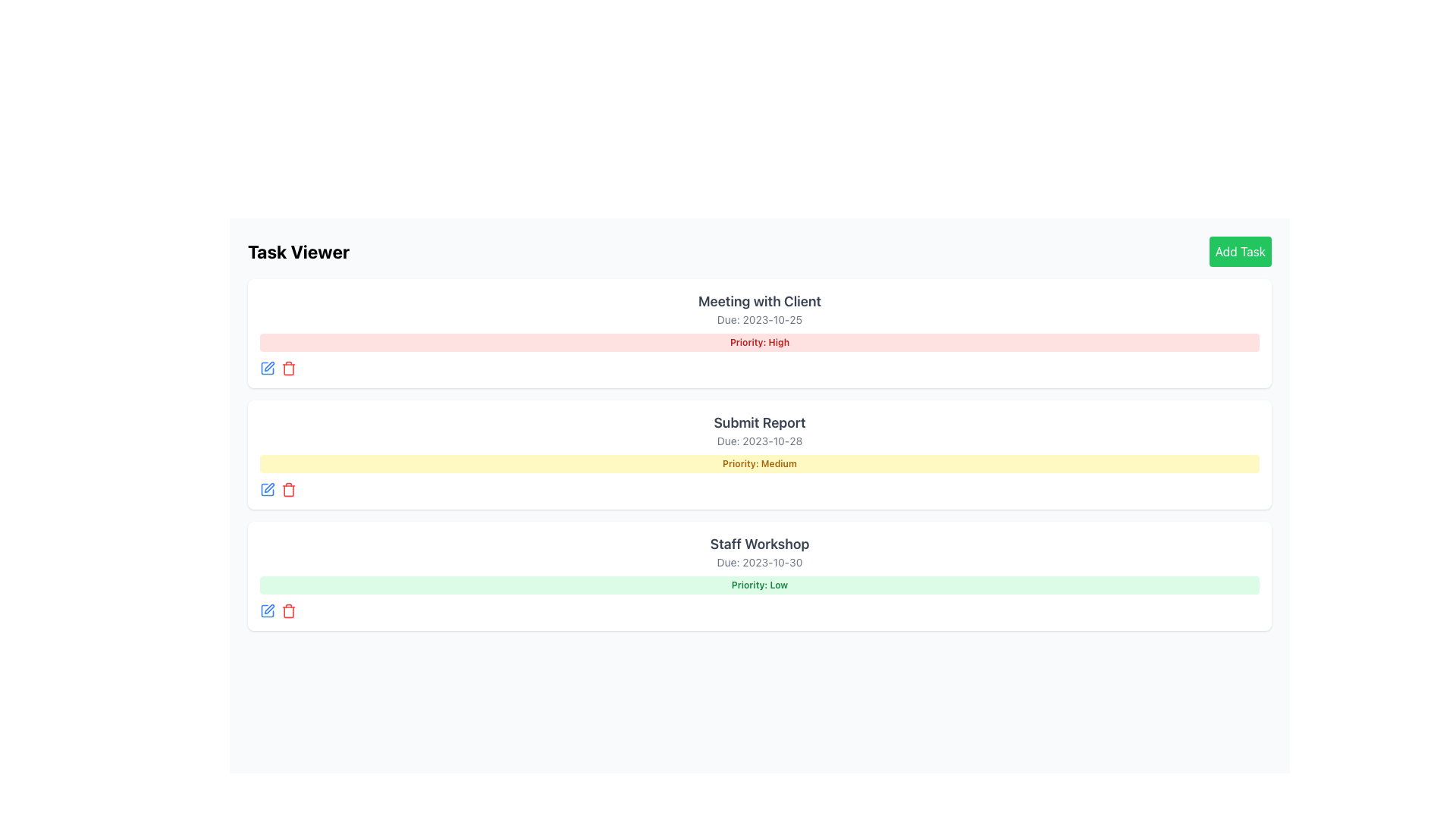 This screenshot has height=819, width=1456. I want to click on text label located at the top of the 'Staff Workshop' task card, which provides a brief description of the task's content, so click(760, 543).